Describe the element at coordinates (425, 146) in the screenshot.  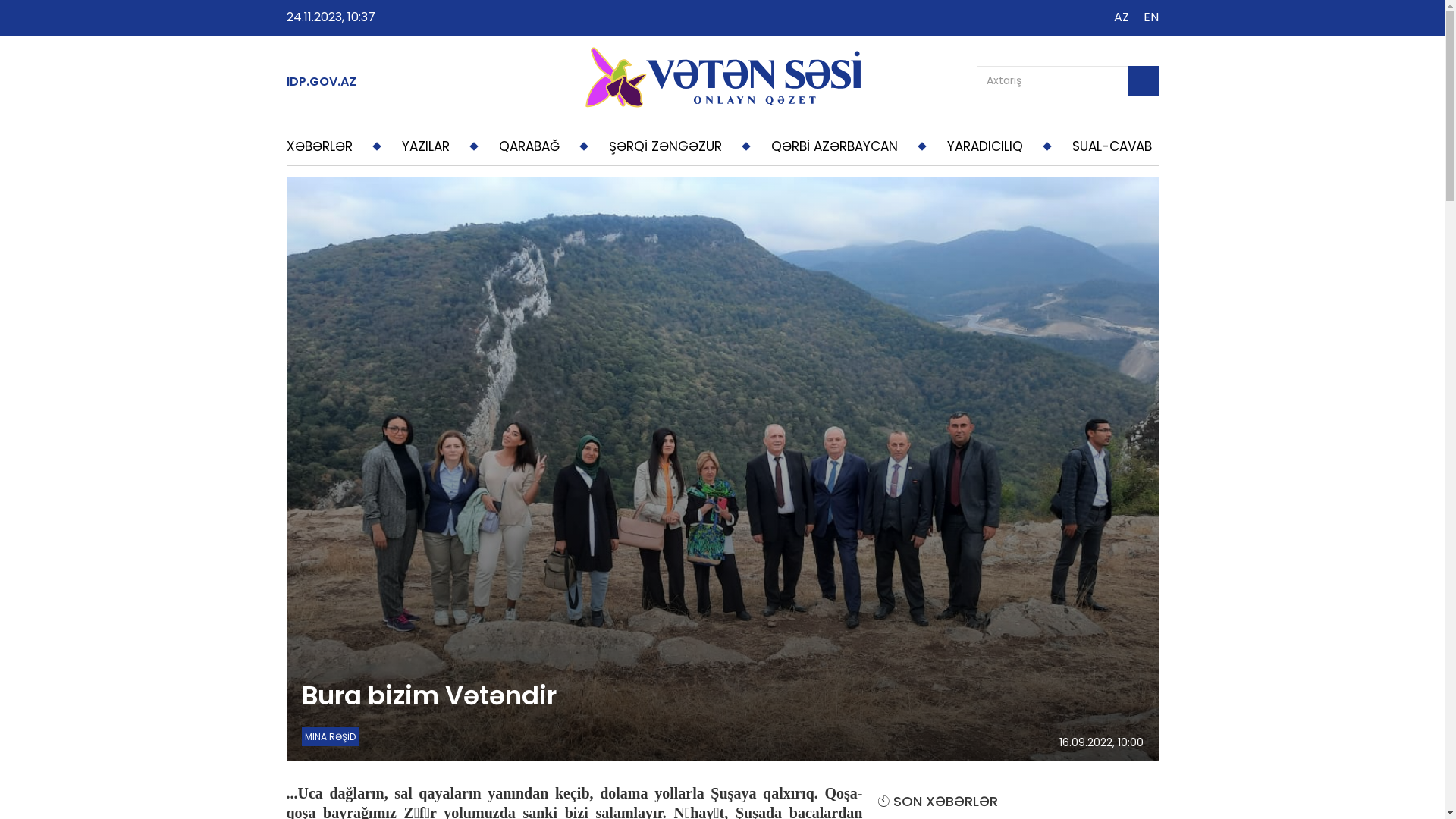
I see `'YAZILAR'` at that location.